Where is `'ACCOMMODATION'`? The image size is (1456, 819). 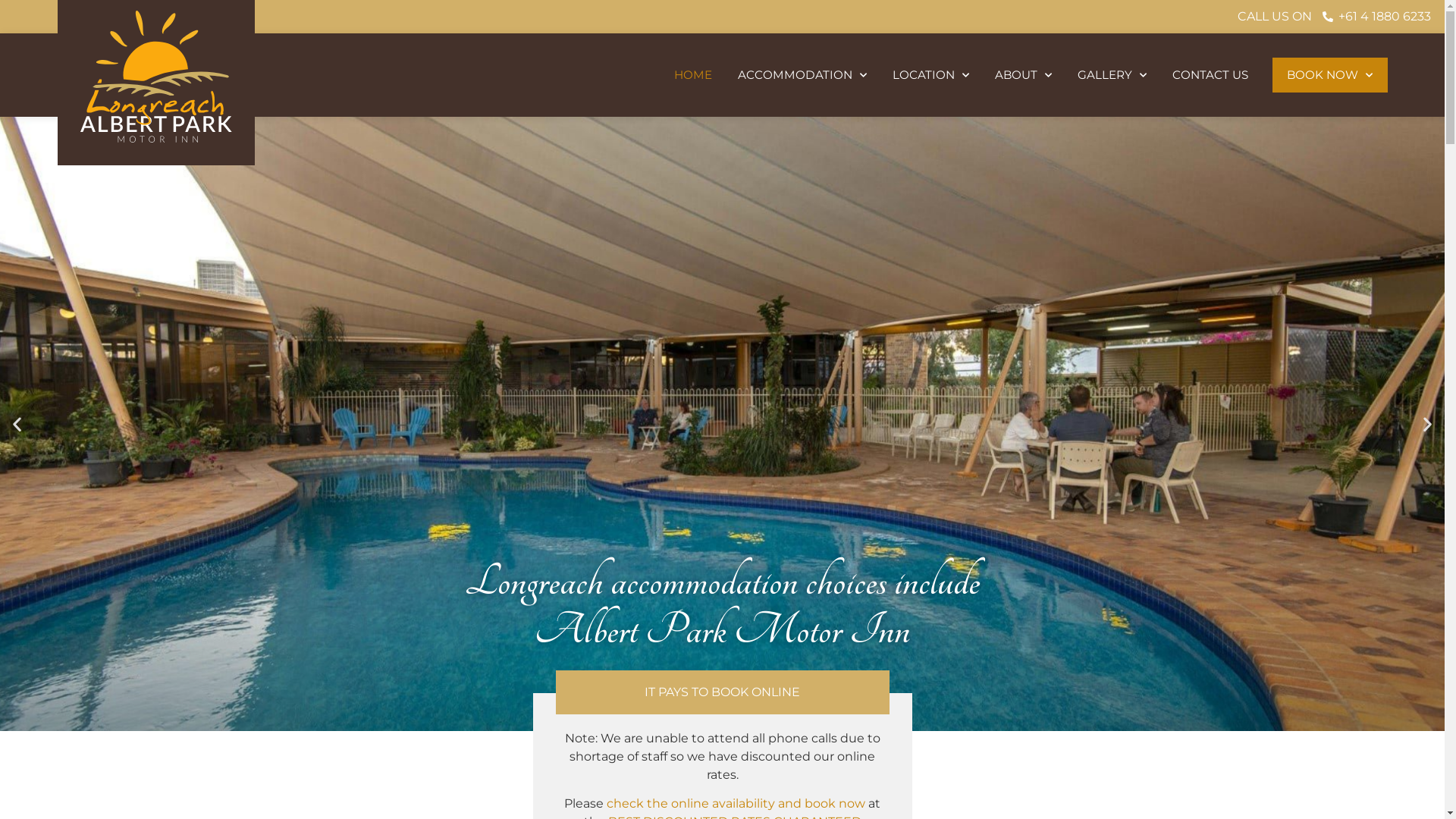 'ACCOMMODATION' is located at coordinates (723, 75).